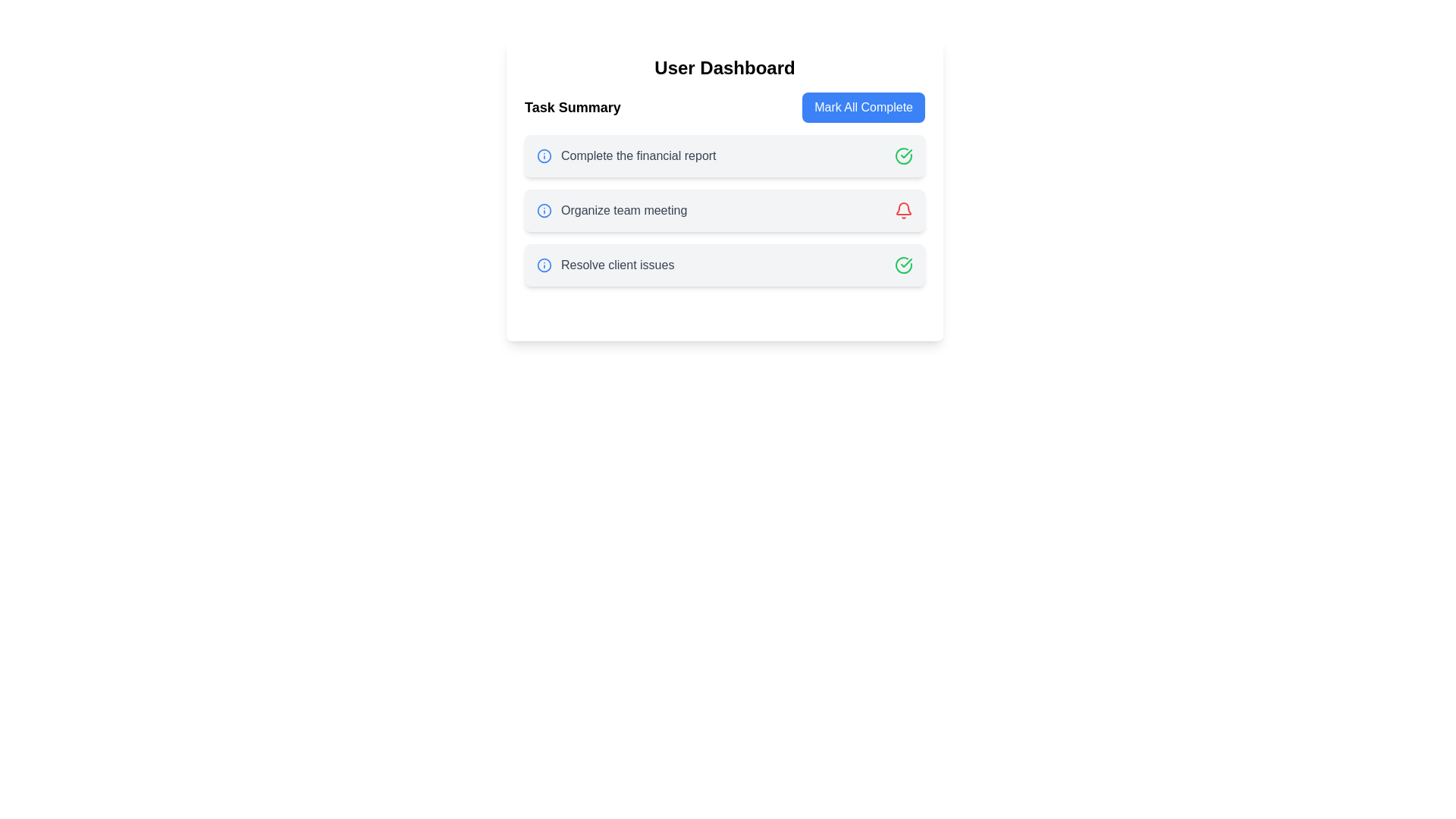 The height and width of the screenshot is (819, 1456). What do you see at coordinates (903, 209) in the screenshot?
I see `the red-colored bell icon located in the second task item of the 'Organize team meeting' list, positioned at the right end of the item's row` at bounding box center [903, 209].